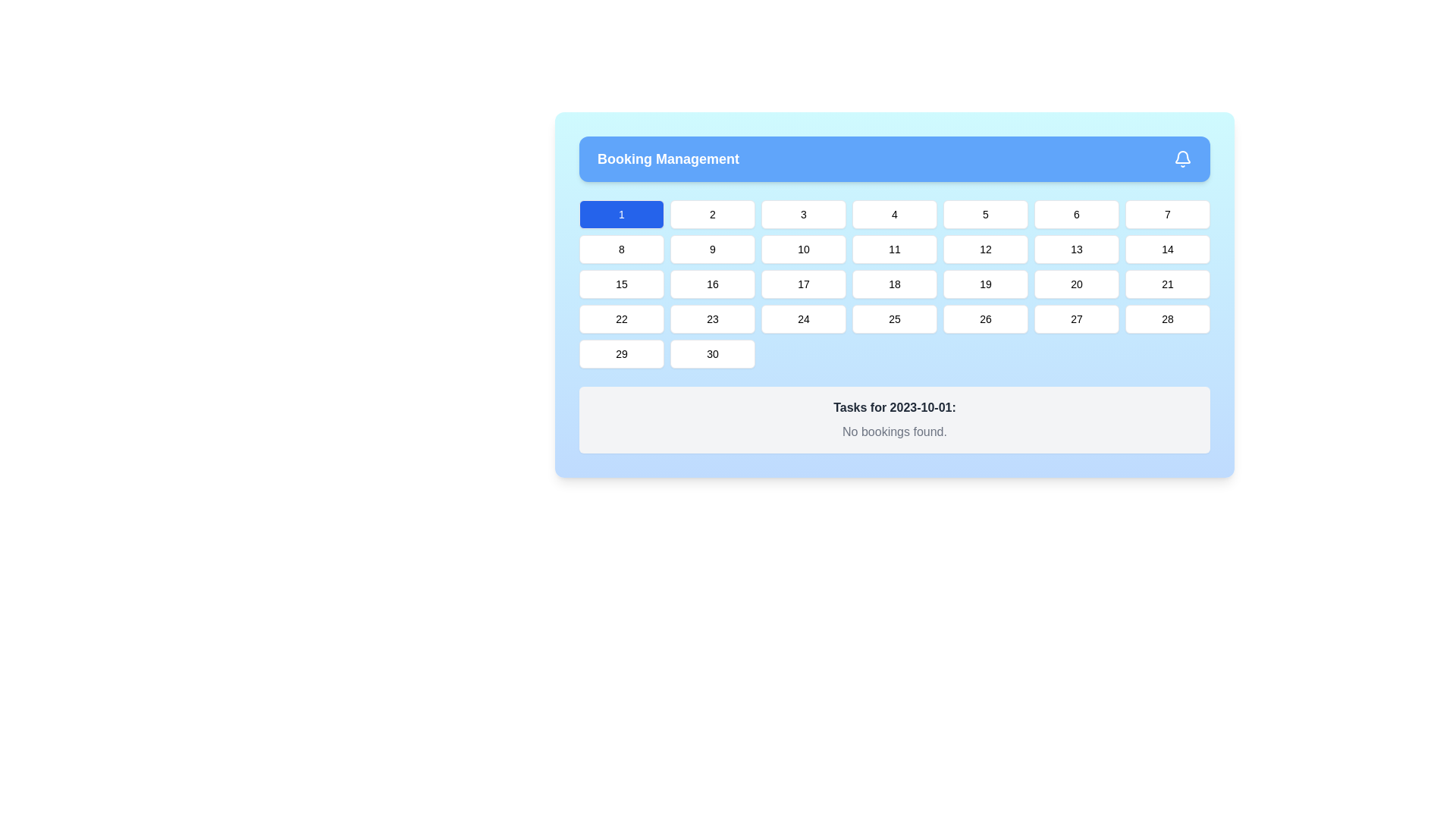  What do you see at coordinates (1167, 248) in the screenshot?
I see `the button representing the fourteenth item in a calendar grid layout` at bounding box center [1167, 248].